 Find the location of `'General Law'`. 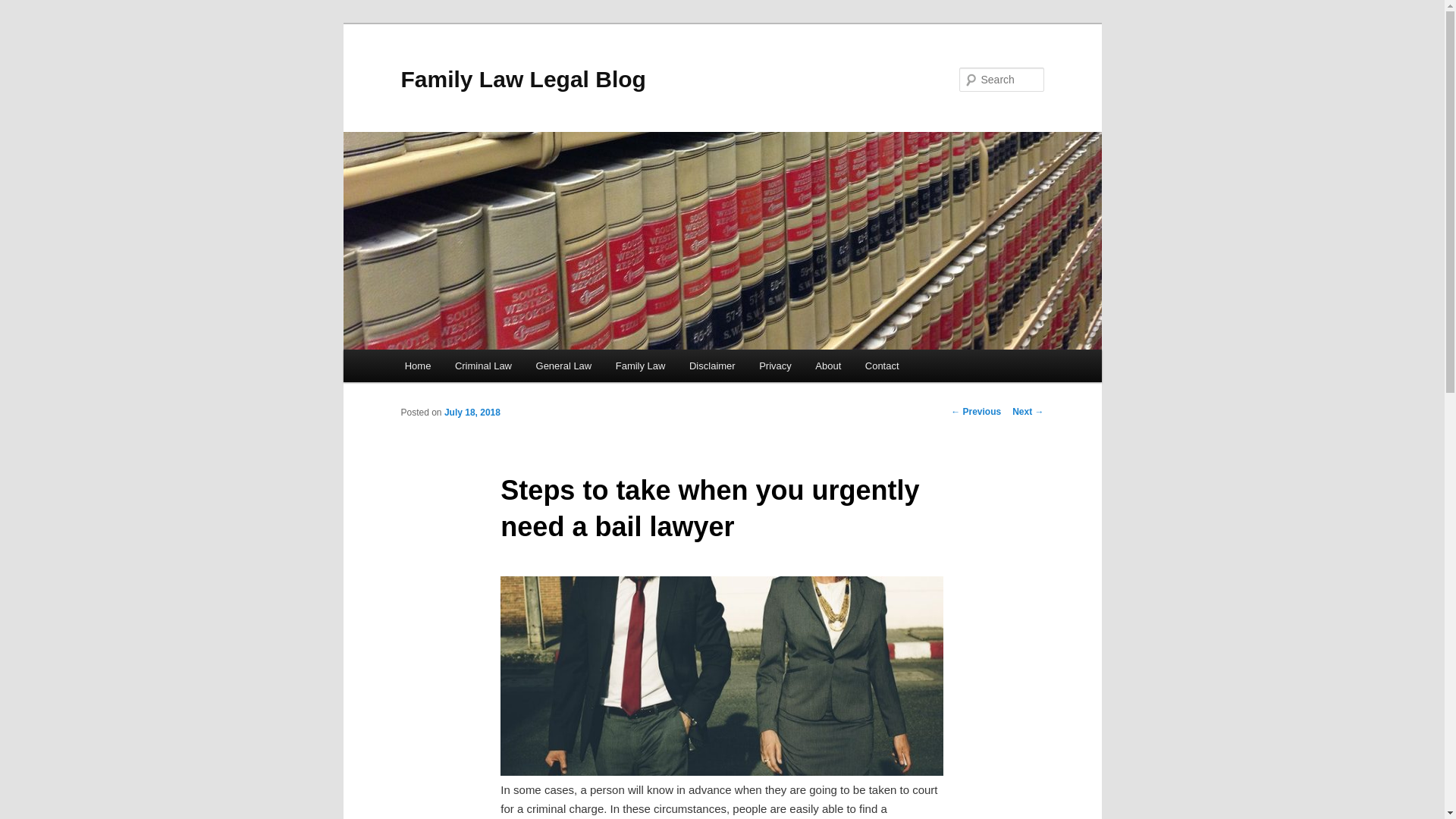

'General Law' is located at coordinates (563, 366).